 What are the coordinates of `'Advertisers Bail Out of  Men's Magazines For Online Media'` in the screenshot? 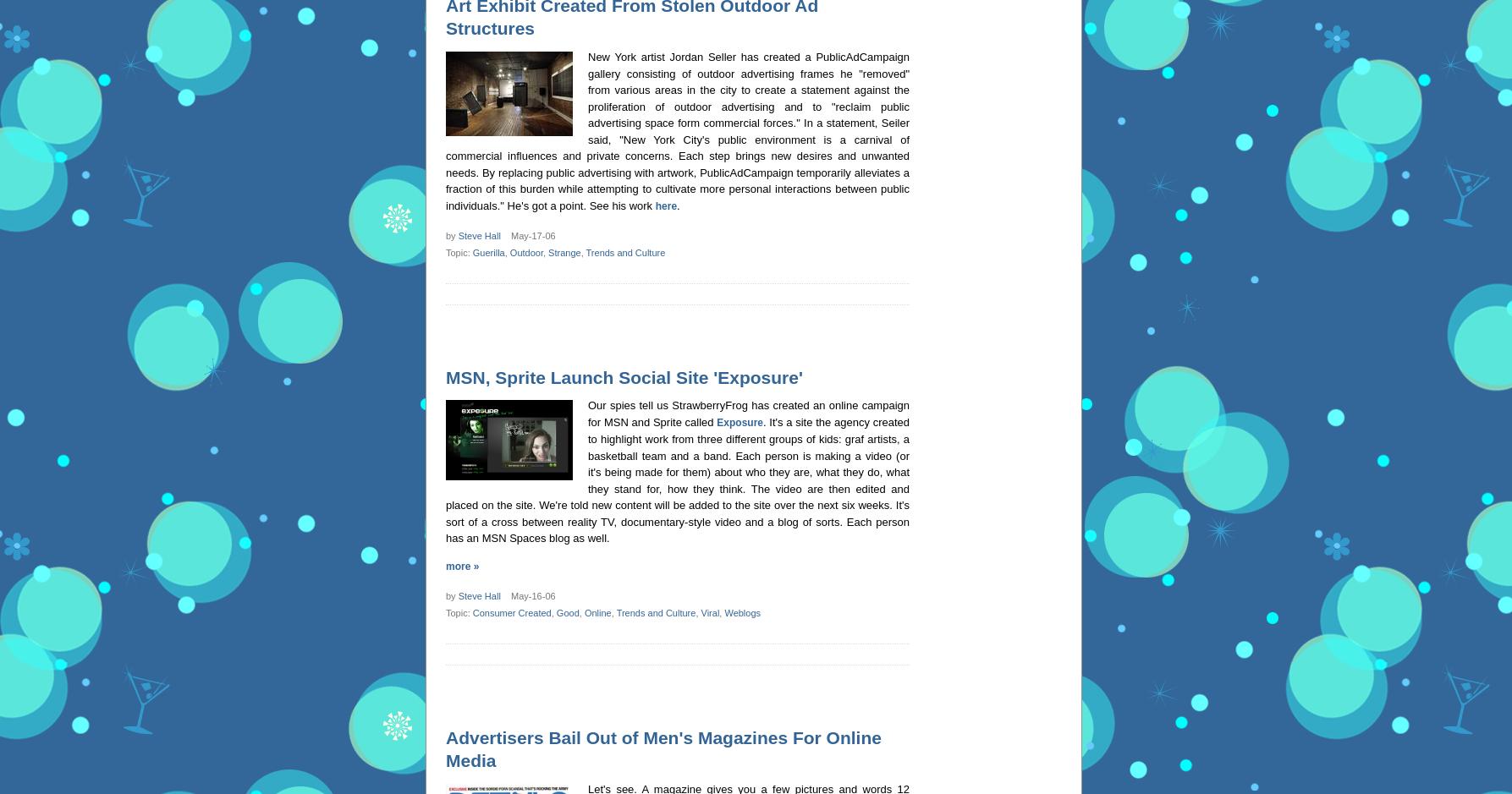 It's located at (663, 748).